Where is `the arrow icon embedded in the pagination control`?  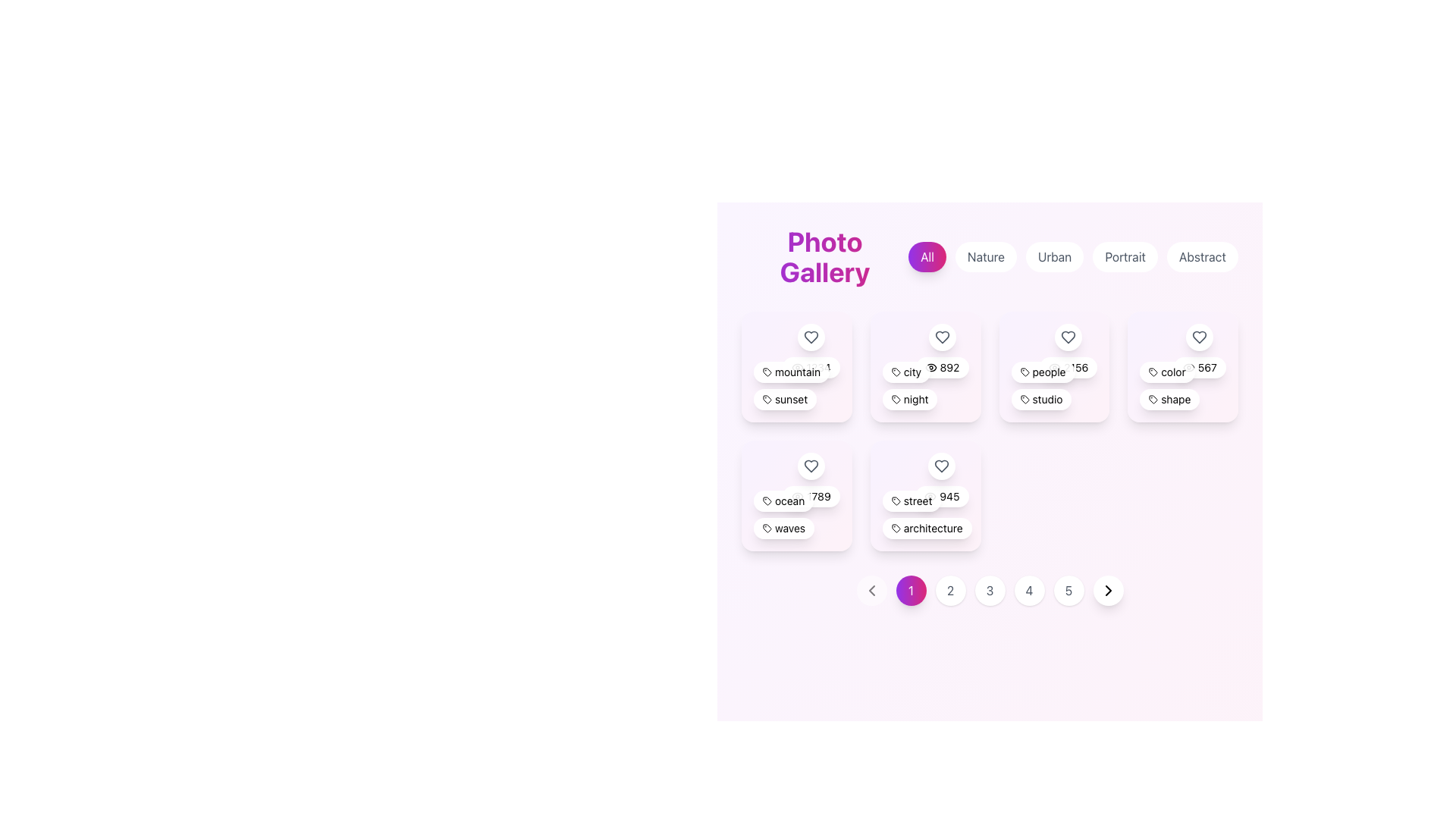
the arrow icon embedded in the pagination control is located at coordinates (871, 589).